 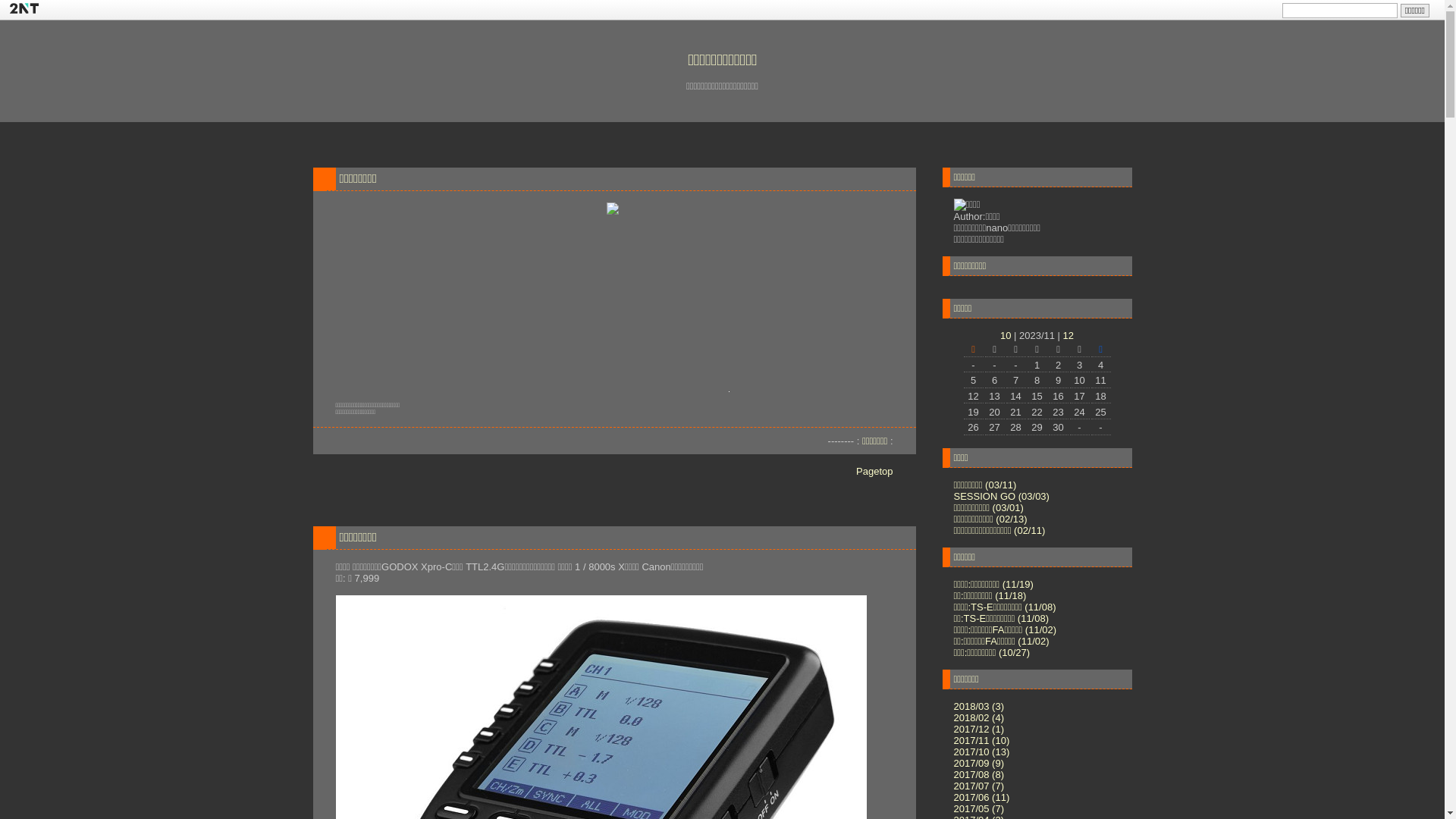 What do you see at coordinates (979, 706) in the screenshot?
I see `'2018/03 (3)'` at bounding box center [979, 706].